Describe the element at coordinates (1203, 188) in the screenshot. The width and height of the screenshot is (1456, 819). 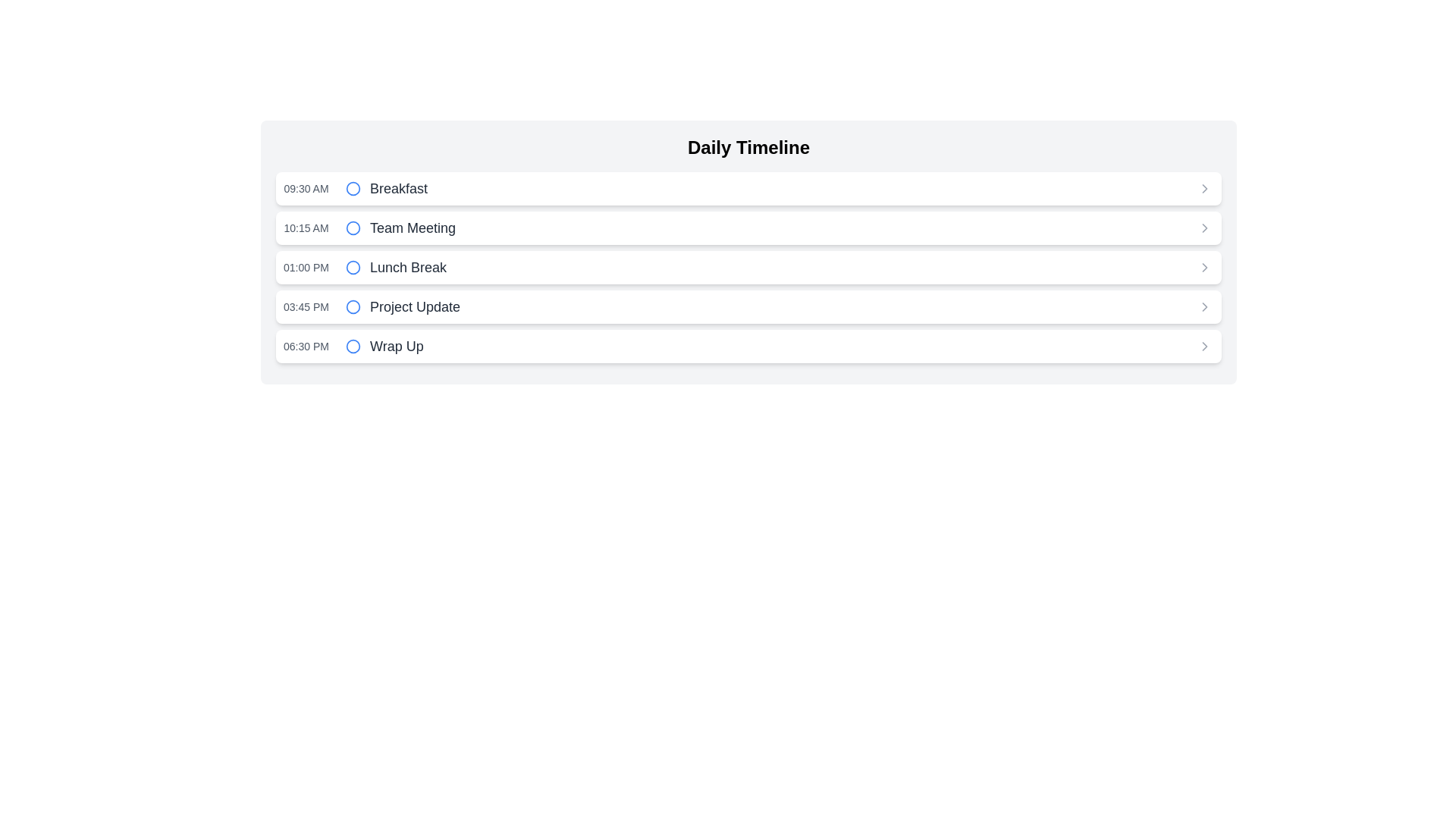
I see `the small right-facing gray arrow icon located at the far right side of the timeline entry row labeled '09:30 AM Breakfast'` at that location.